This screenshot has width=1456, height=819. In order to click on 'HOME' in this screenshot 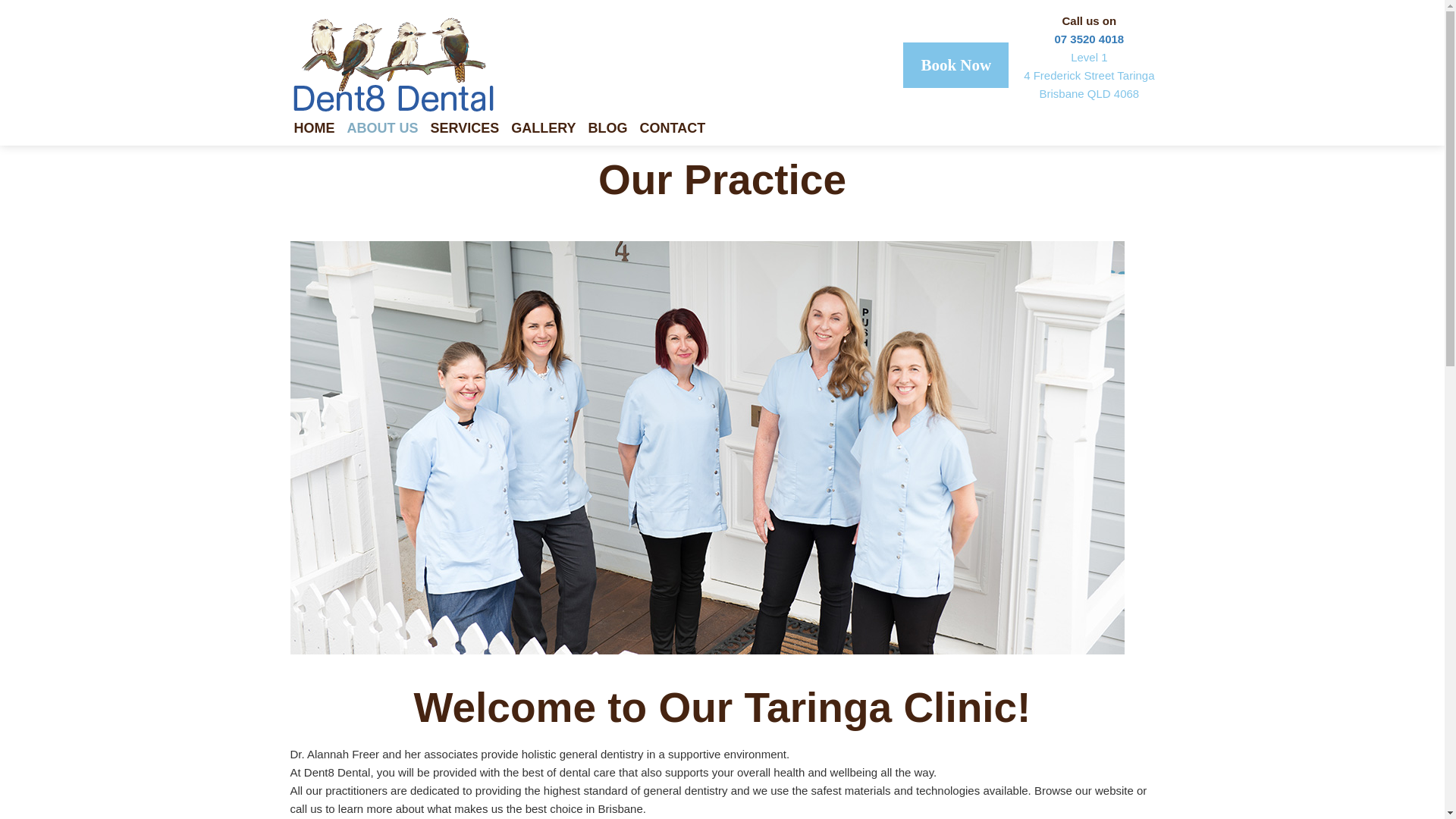, I will do `click(319, 130)`.